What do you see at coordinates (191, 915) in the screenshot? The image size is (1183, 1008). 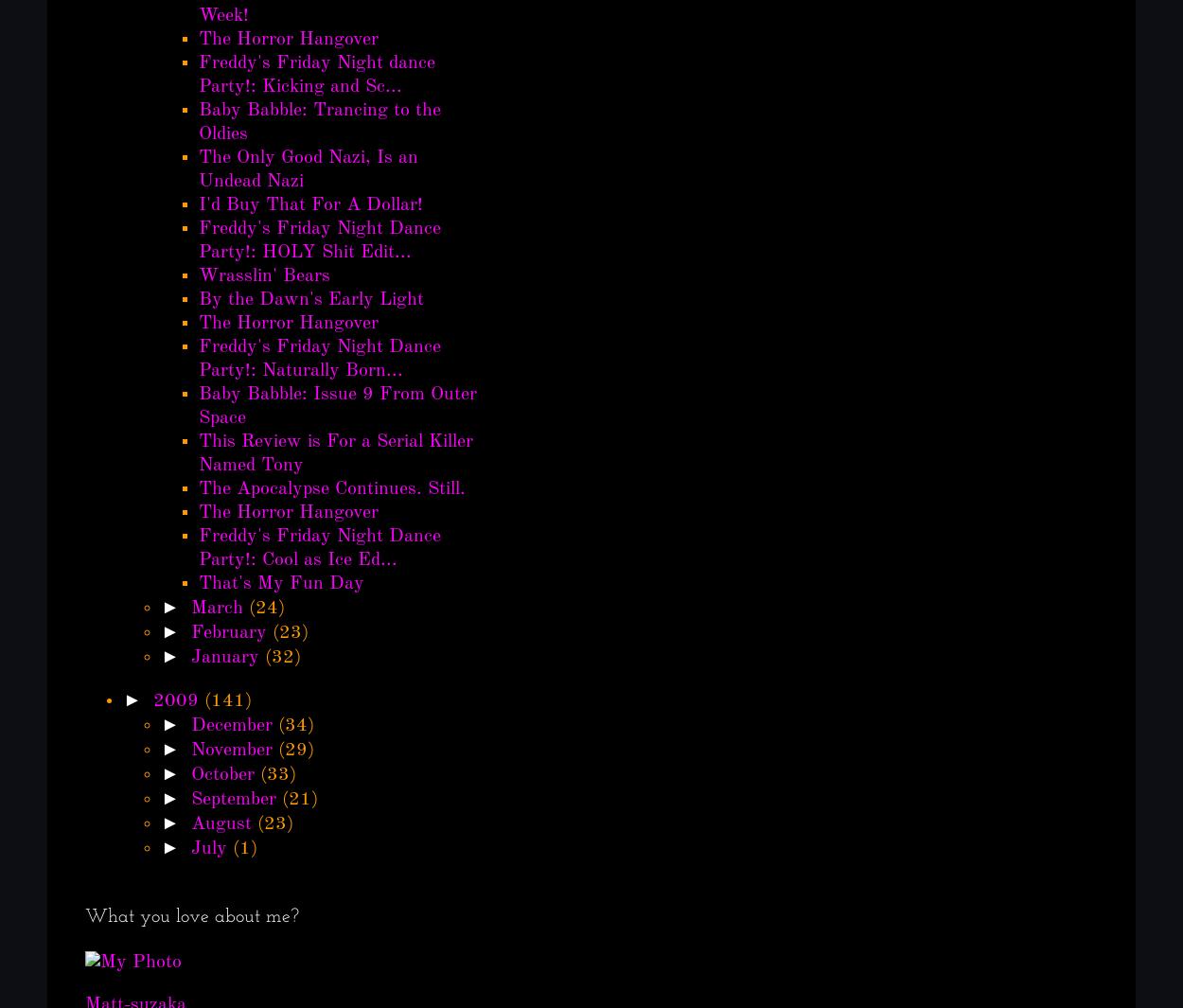 I see `'What you love about me?'` at bounding box center [191, 915].